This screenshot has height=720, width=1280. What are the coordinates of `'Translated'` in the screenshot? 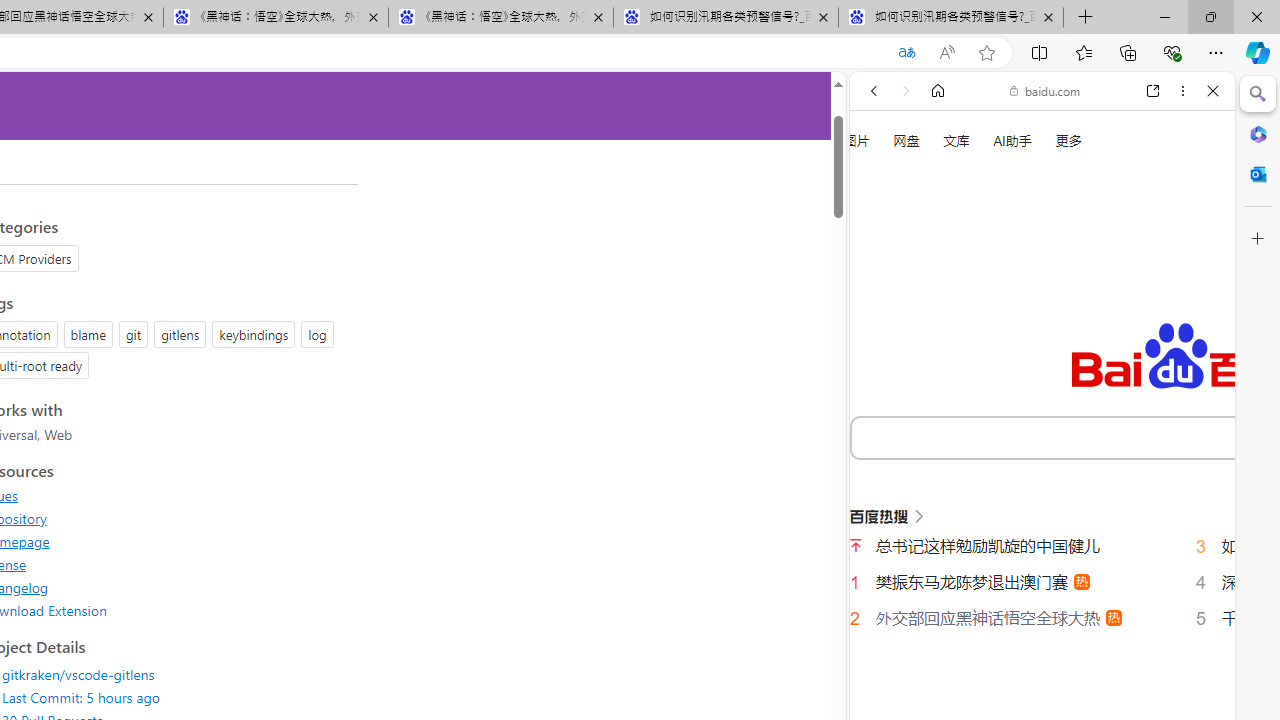 It's located at (905, 52).